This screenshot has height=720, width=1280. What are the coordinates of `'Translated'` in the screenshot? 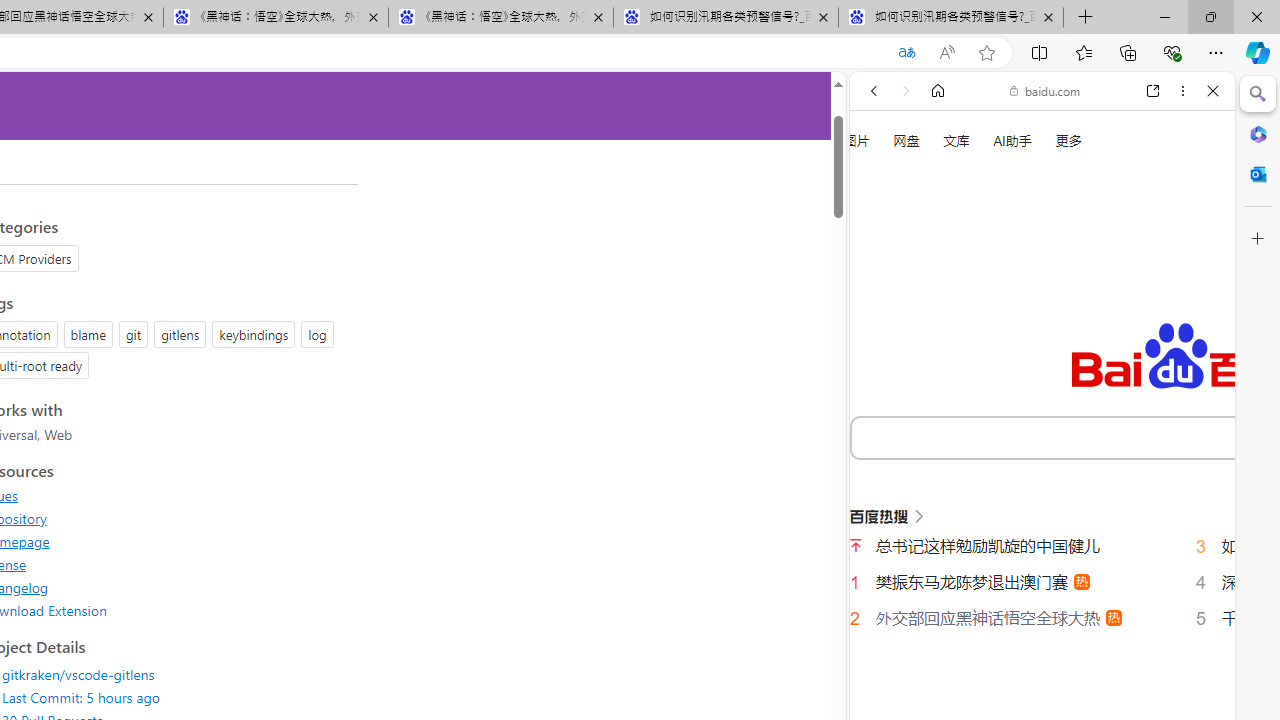 It's located at (905, 52).